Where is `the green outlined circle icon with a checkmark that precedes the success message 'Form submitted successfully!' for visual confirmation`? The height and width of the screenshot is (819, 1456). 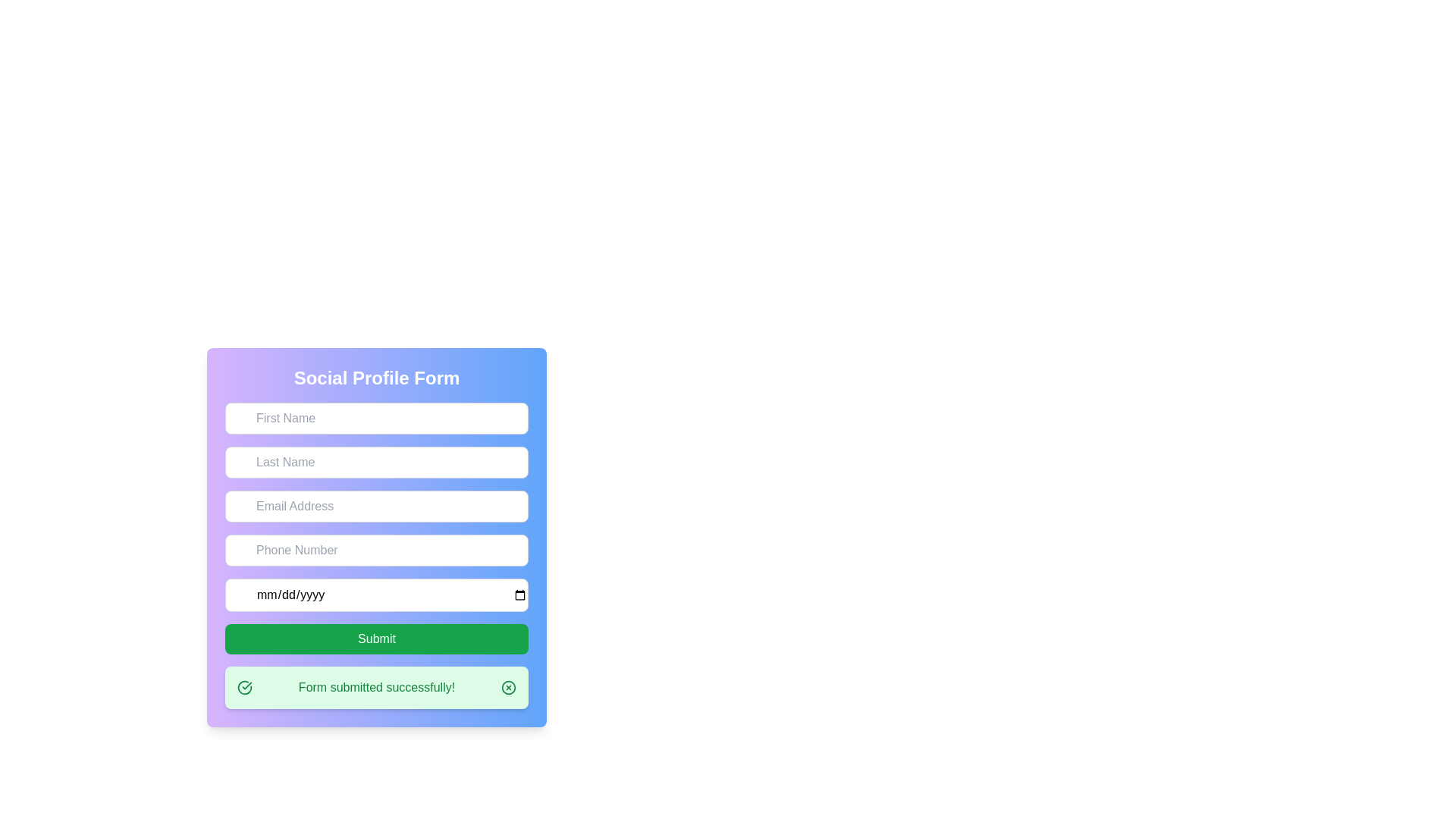
the green outlined circle icon with a checkmark that precedes the success message 'Form submitted successfully!' for visual confirmation is located at coordinates (244, 687).